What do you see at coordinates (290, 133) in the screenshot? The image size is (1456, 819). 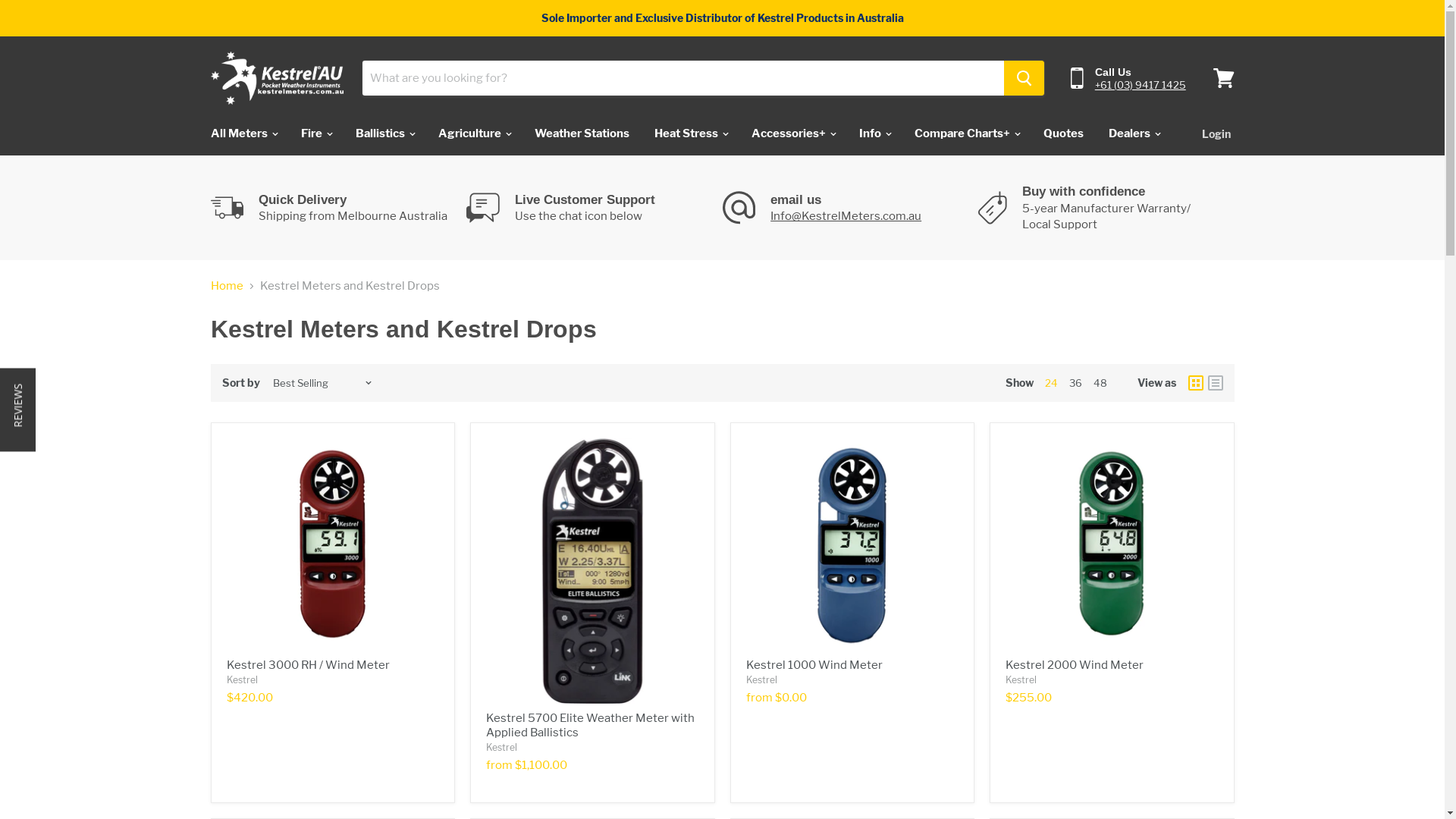 I see `'Fire'` at bounding box center [290, 133].